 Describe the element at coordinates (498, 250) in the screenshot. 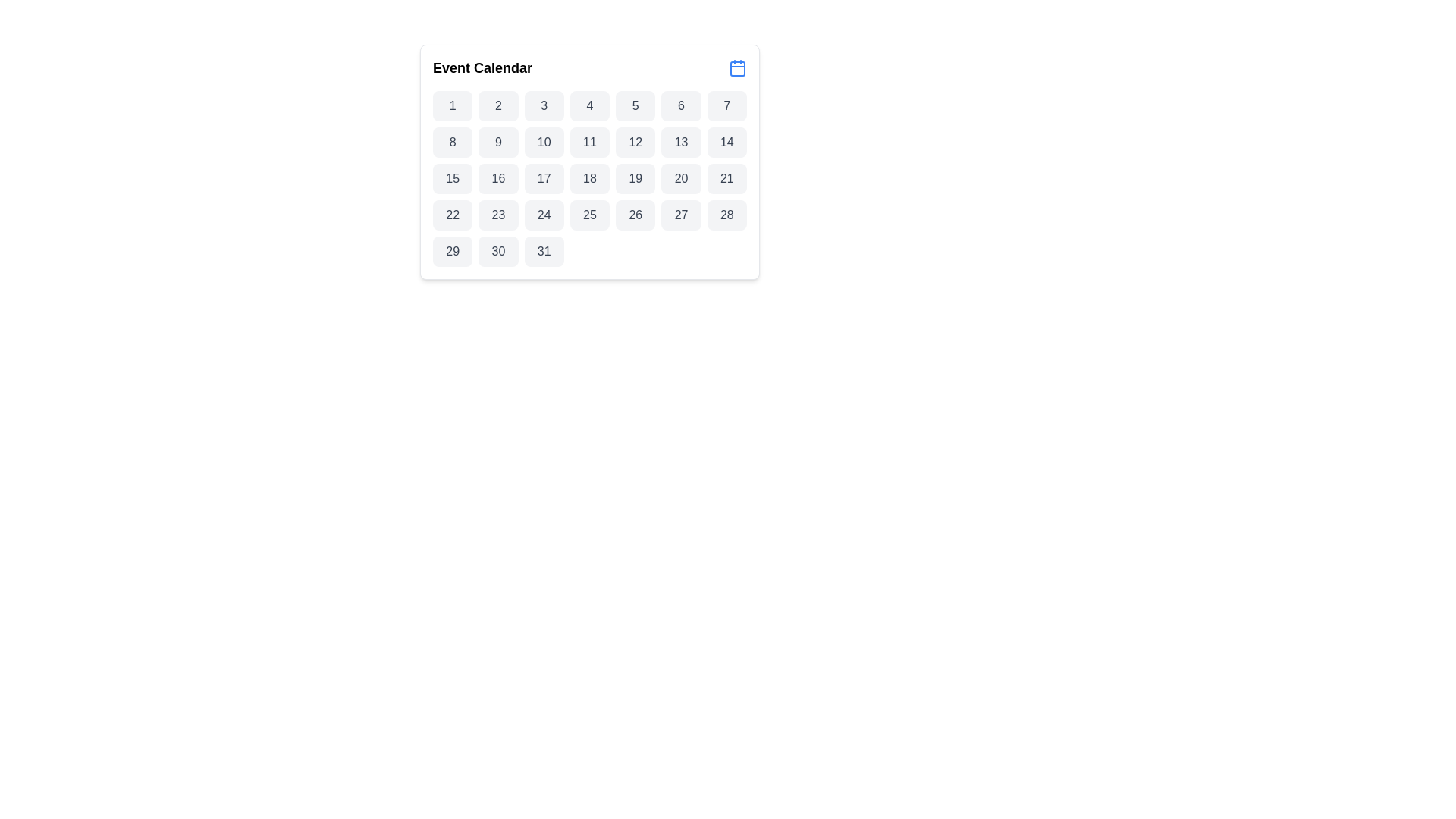

I see `the button labeled '30'` at that location.